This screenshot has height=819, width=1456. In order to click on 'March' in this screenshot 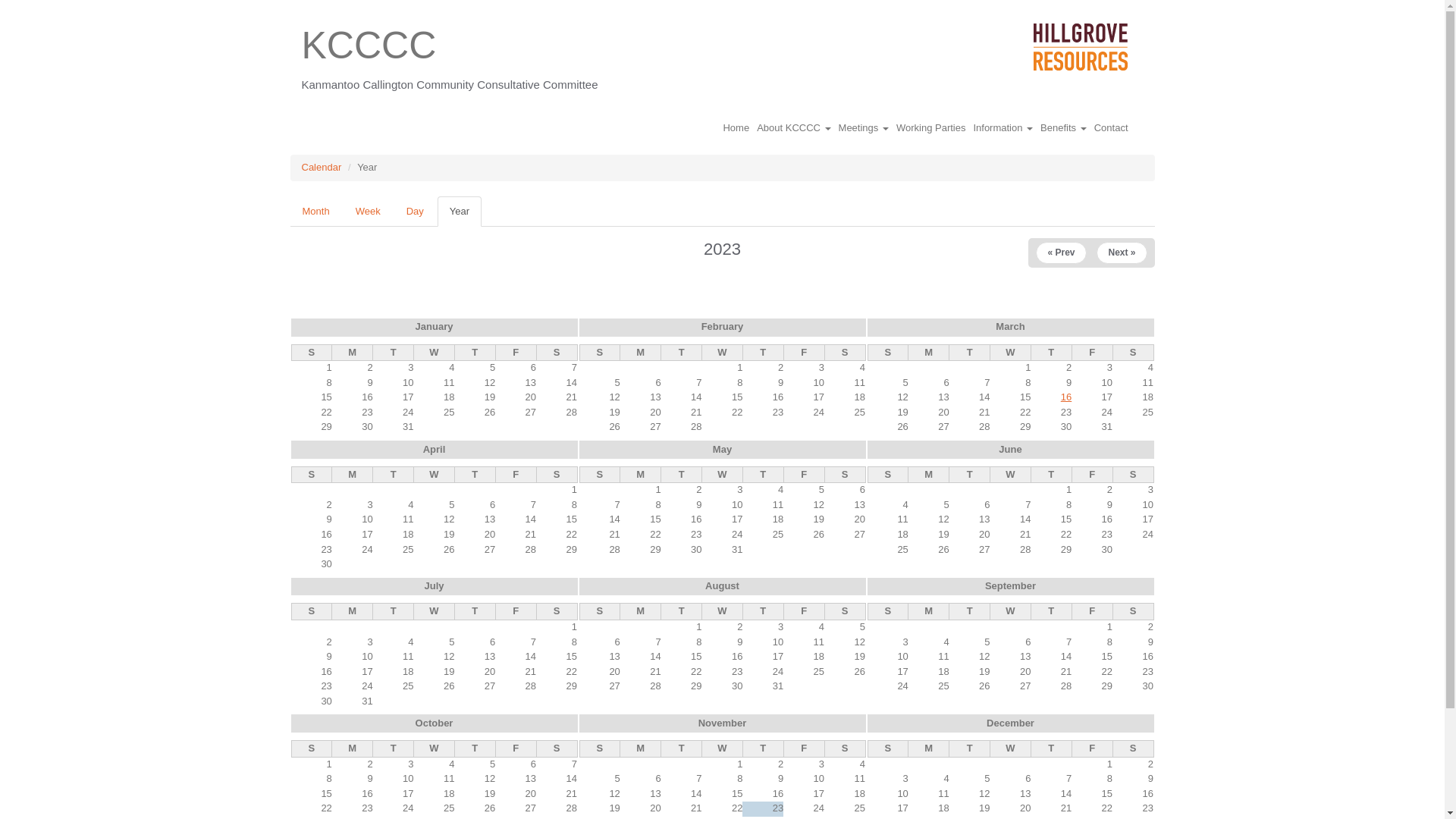, I will do `click(1009, 325)`.